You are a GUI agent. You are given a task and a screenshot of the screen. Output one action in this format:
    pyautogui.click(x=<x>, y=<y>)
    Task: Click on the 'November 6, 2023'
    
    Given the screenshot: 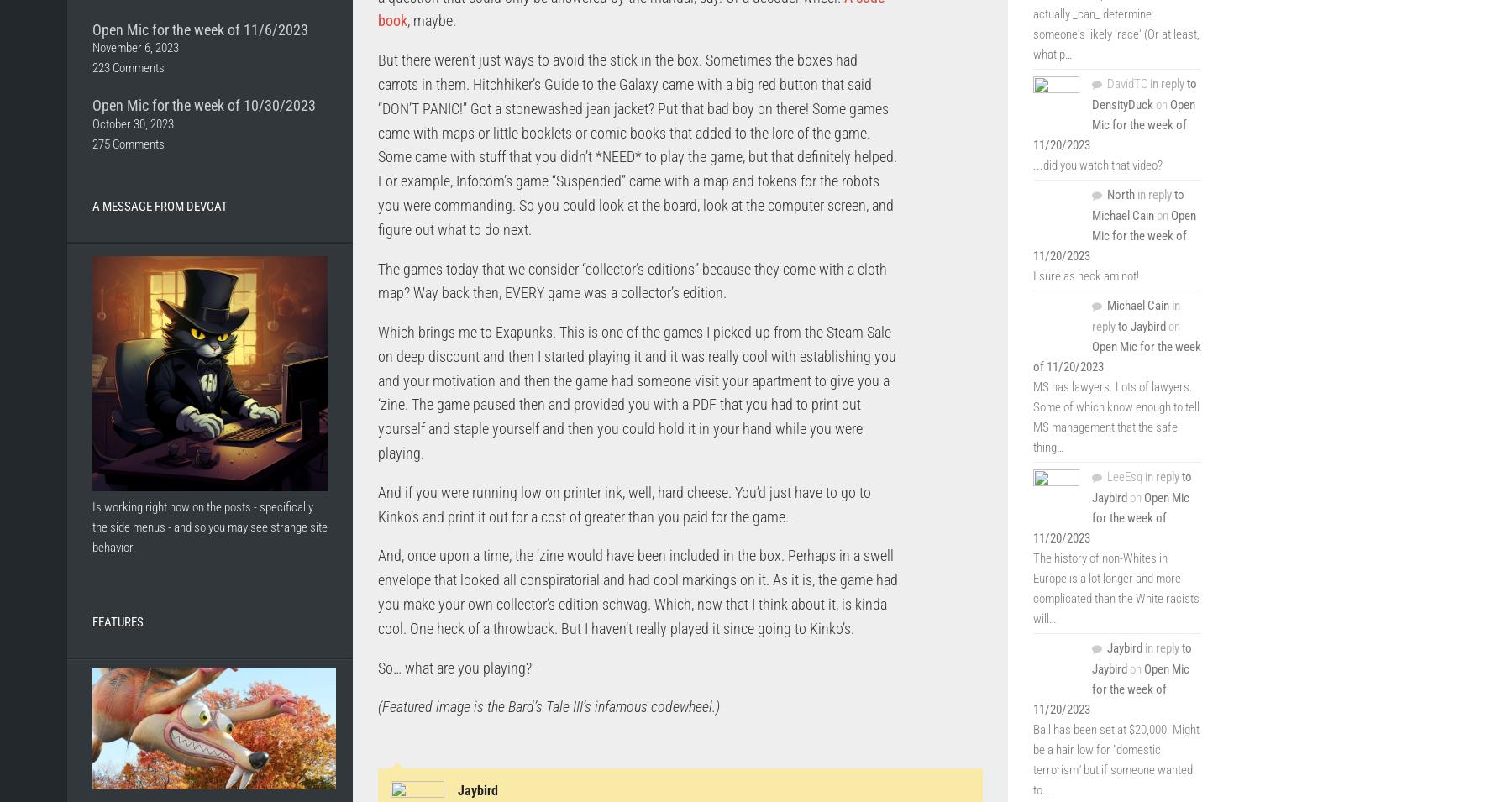 What is the action you would take?
    pyautogui.click(x=135, y=47)
    